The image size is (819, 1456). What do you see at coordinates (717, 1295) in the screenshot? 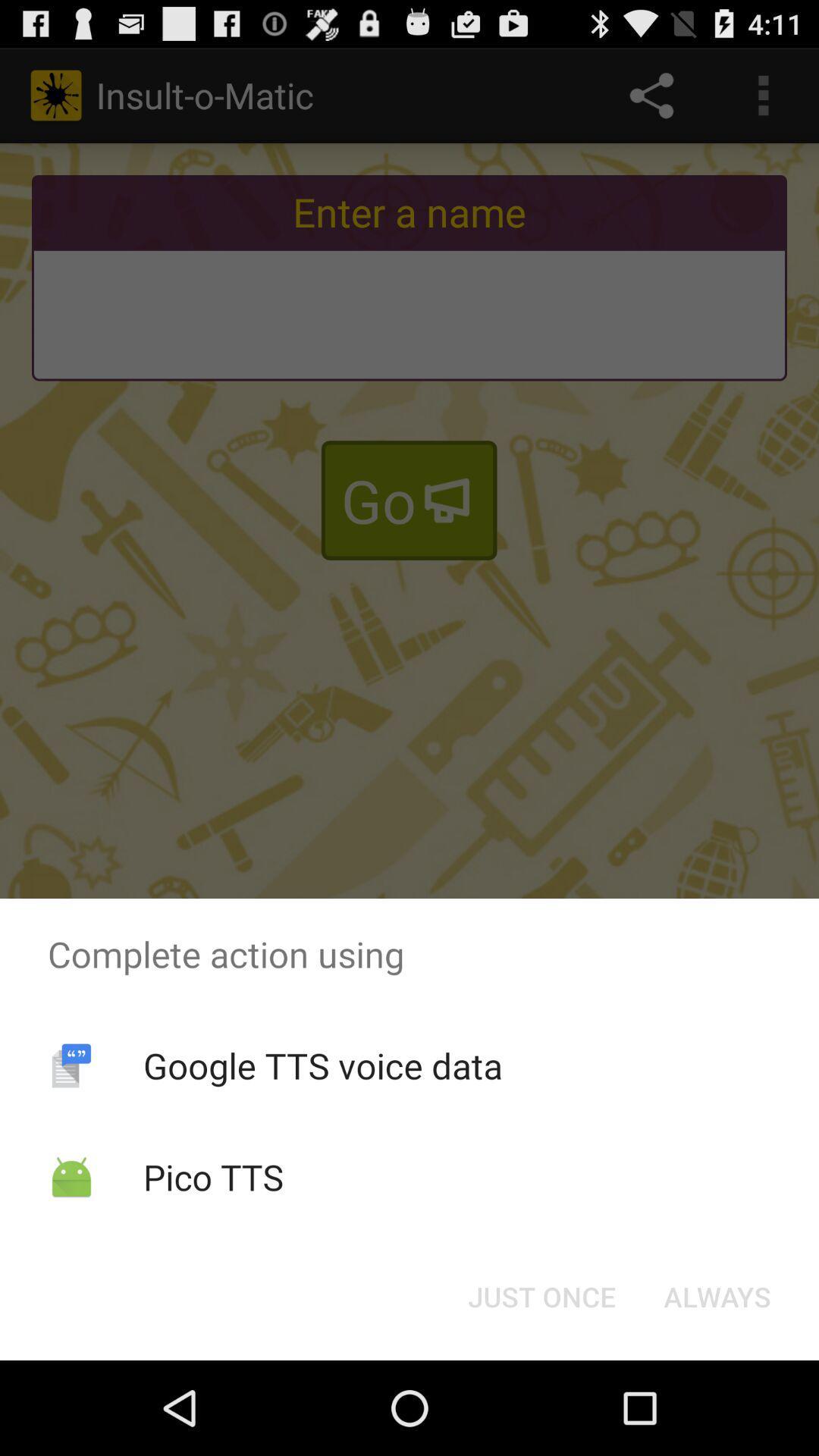
I see `the always button` at bounding box center [717, 1295].